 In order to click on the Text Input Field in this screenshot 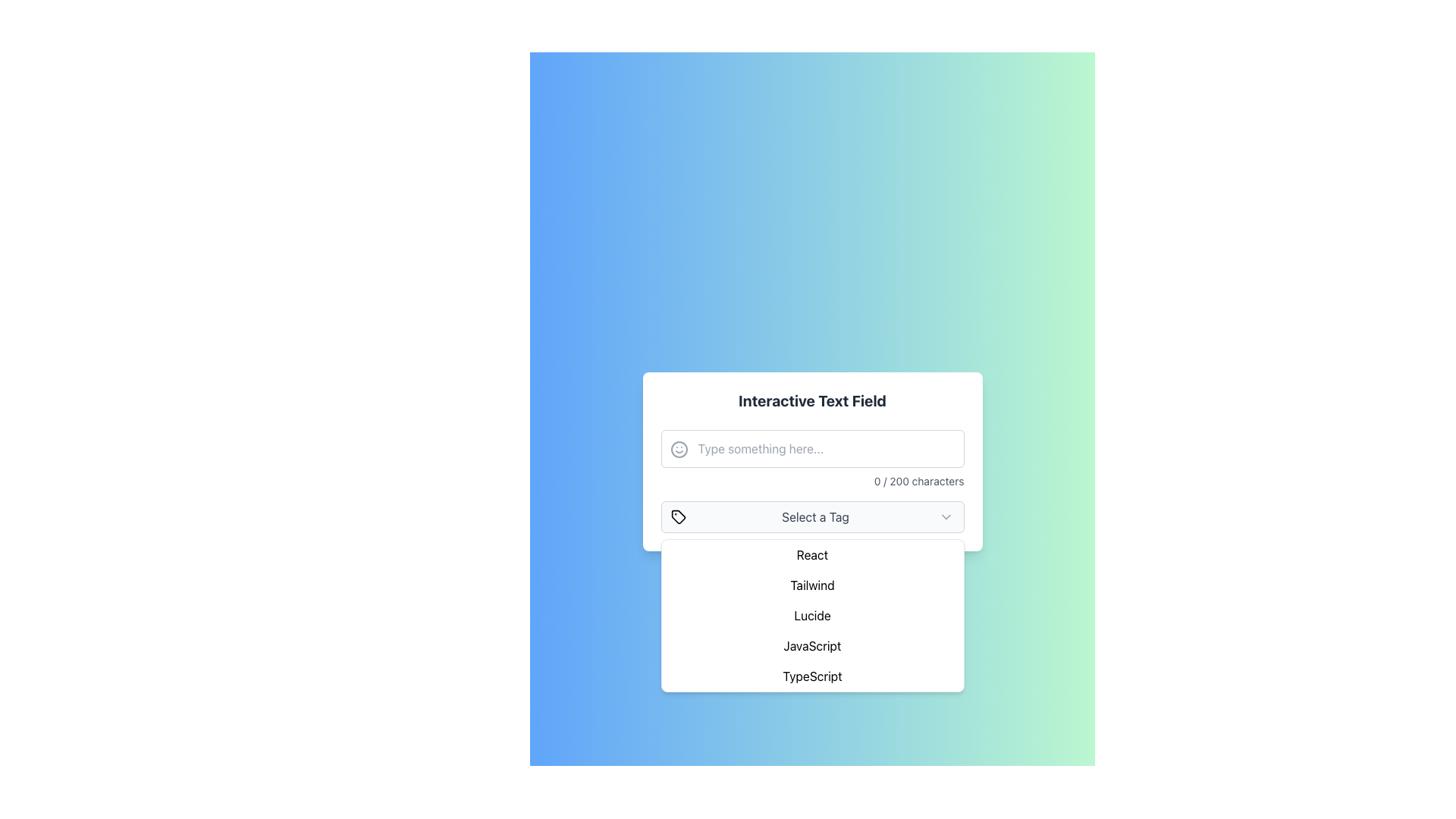, I will do `click(811, 458)`.